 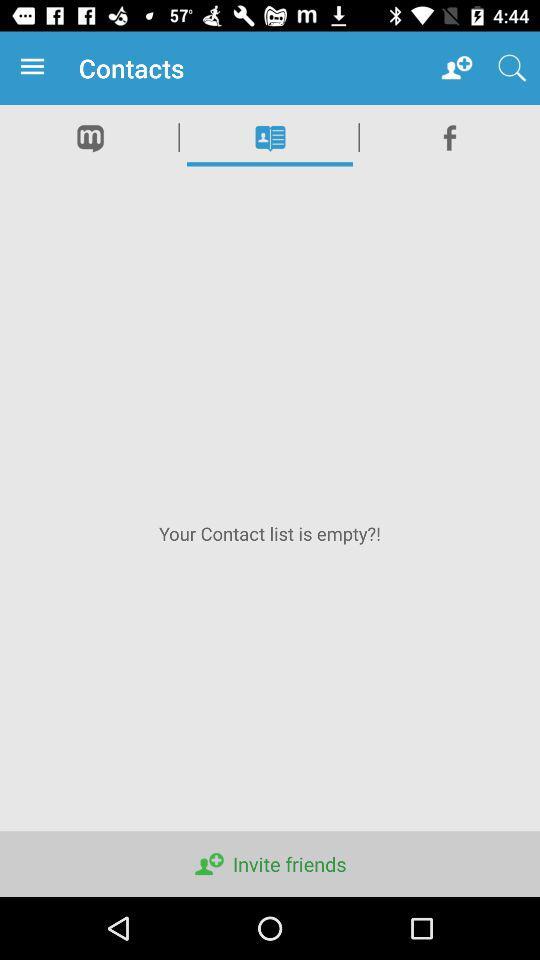 What do you see at coordinates (36, 68) in the screenshot?
I see `icon next to the contacts app` at bounding box center [36, 68].